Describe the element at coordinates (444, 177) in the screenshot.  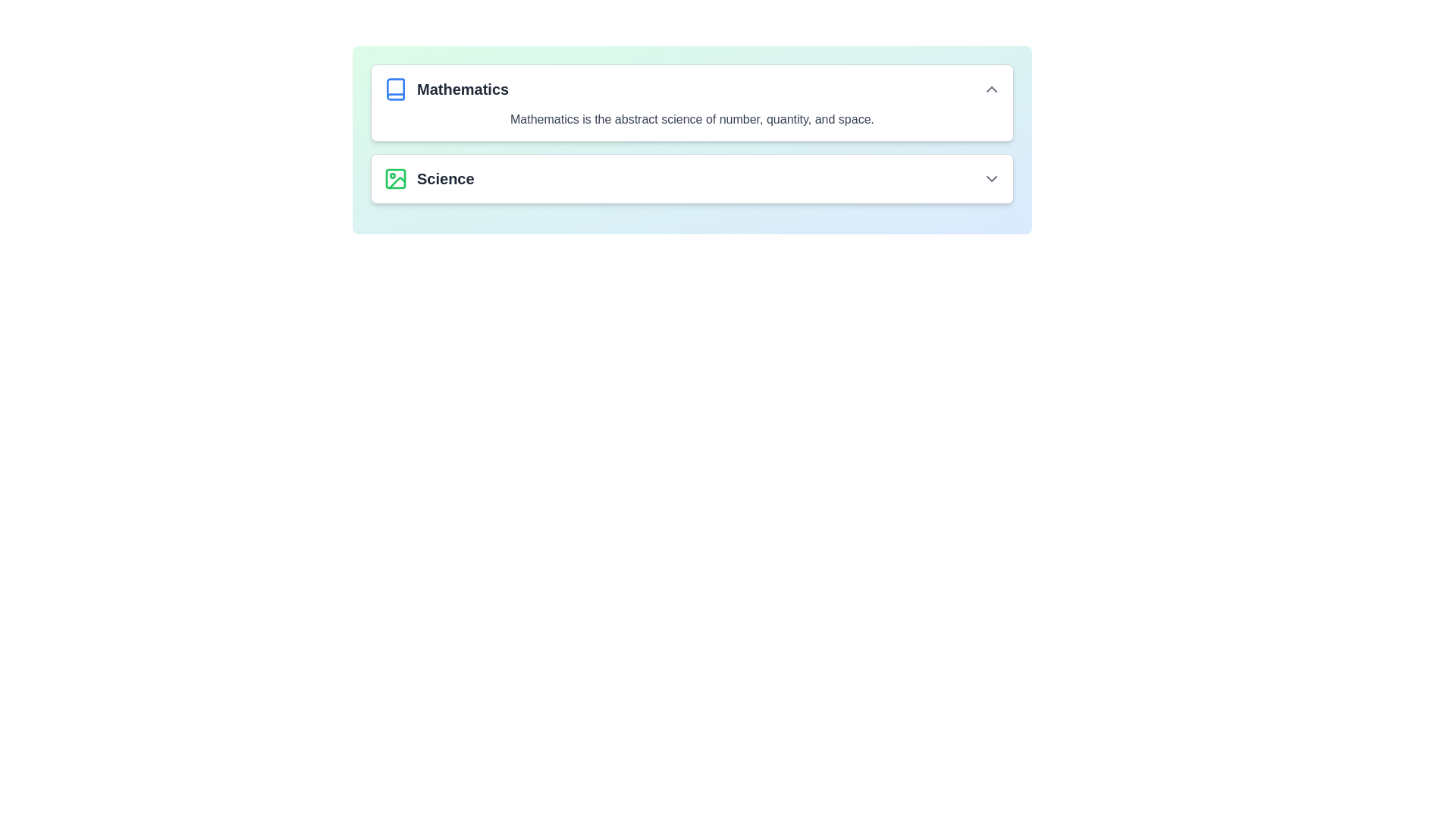
I see `the 'Science' text label, which serves as a header for related content and is located to the right of a green icon in the second row beneath 'Mathematics'` at that location.